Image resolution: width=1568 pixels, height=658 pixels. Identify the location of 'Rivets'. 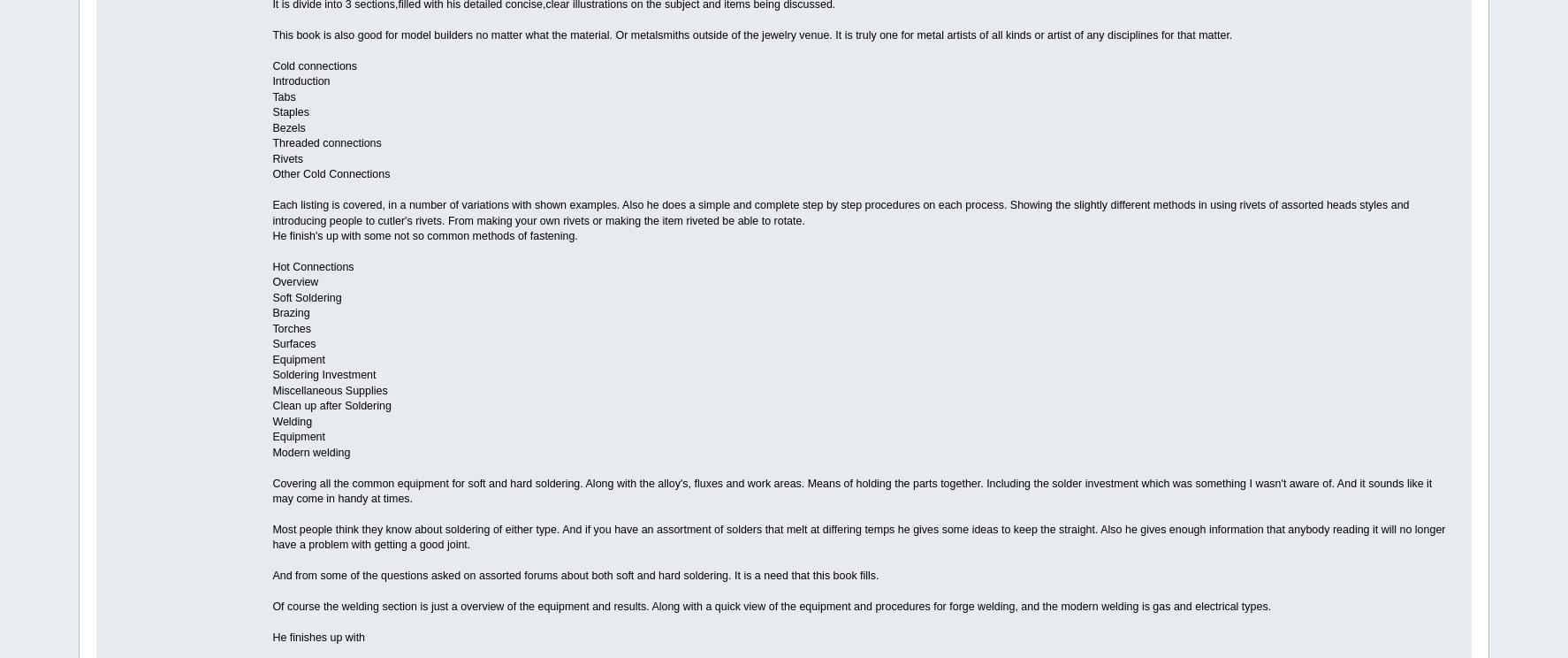
(271, 157).